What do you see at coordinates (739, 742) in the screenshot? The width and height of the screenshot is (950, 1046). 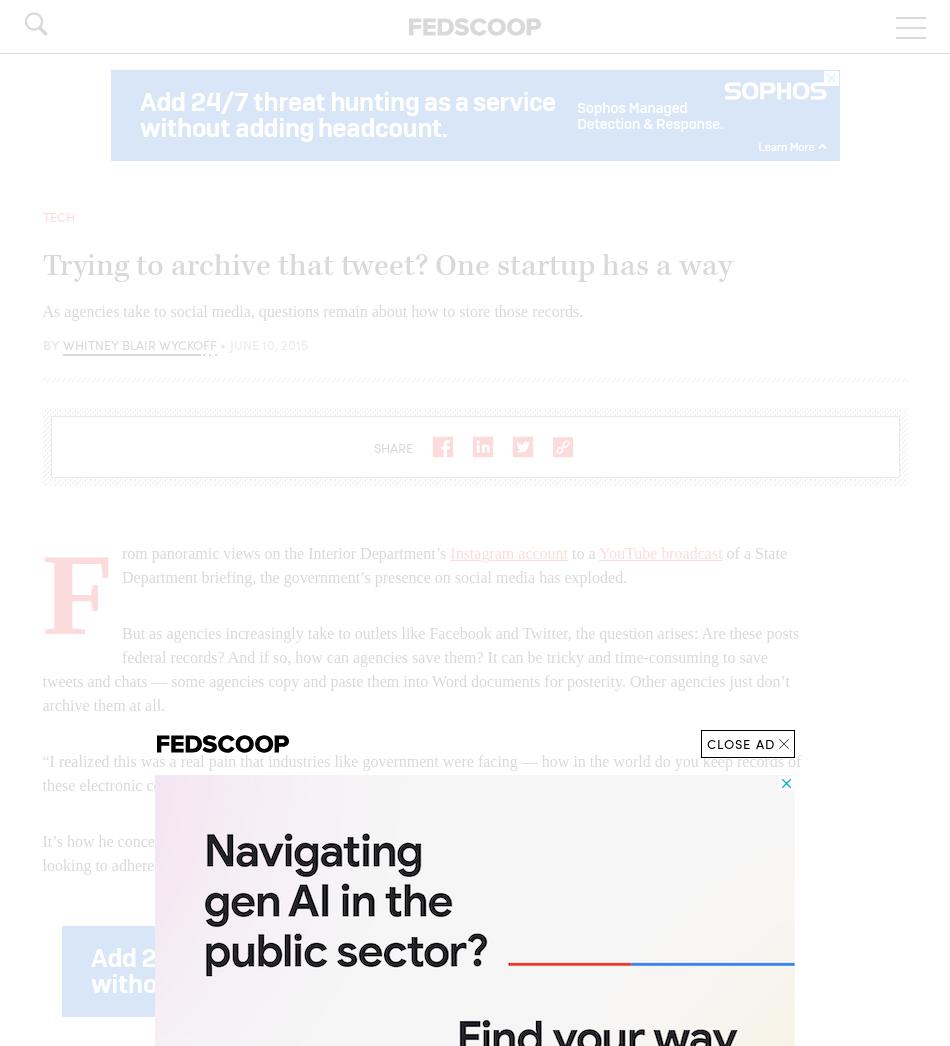 I see `'Close Ad'` at bounding box center [739, 742].